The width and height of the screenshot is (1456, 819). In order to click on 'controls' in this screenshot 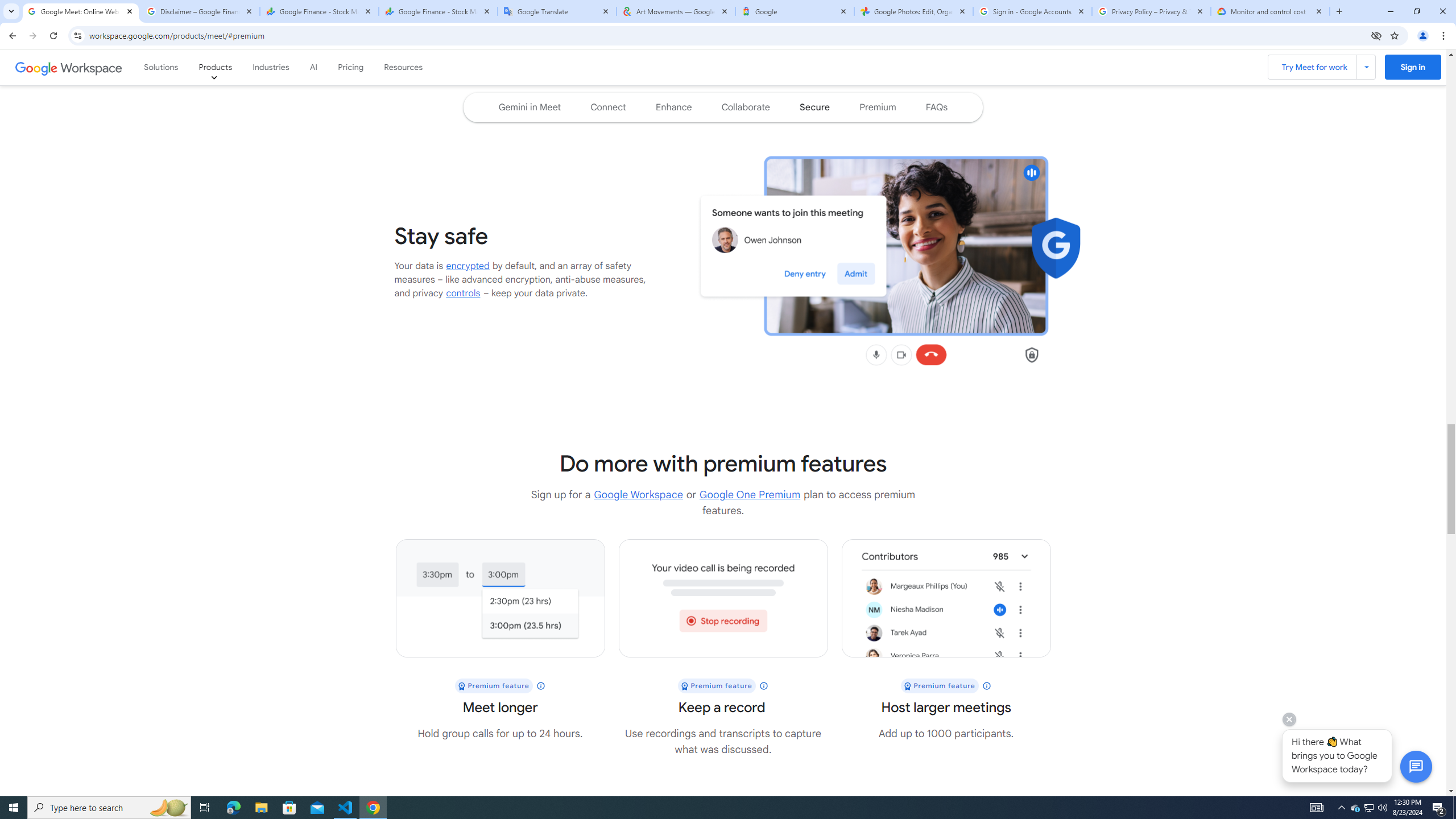, I will do `click(463, 292)`.